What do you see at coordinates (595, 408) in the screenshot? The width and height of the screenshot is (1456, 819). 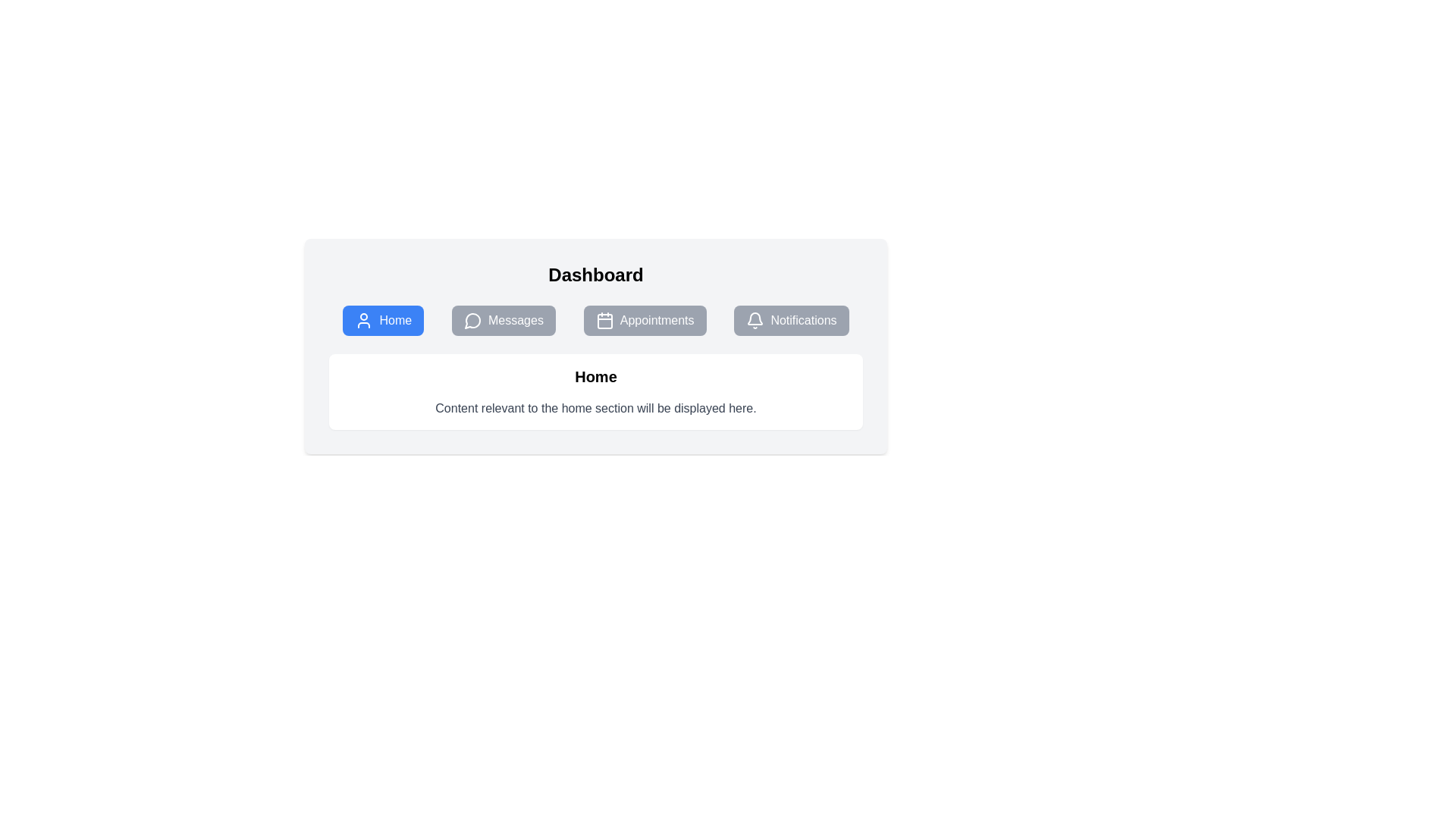 I see `the static text element that displays information for the 'Home' section, located directly below the title 'Home'` at bounding box center [595, 408].